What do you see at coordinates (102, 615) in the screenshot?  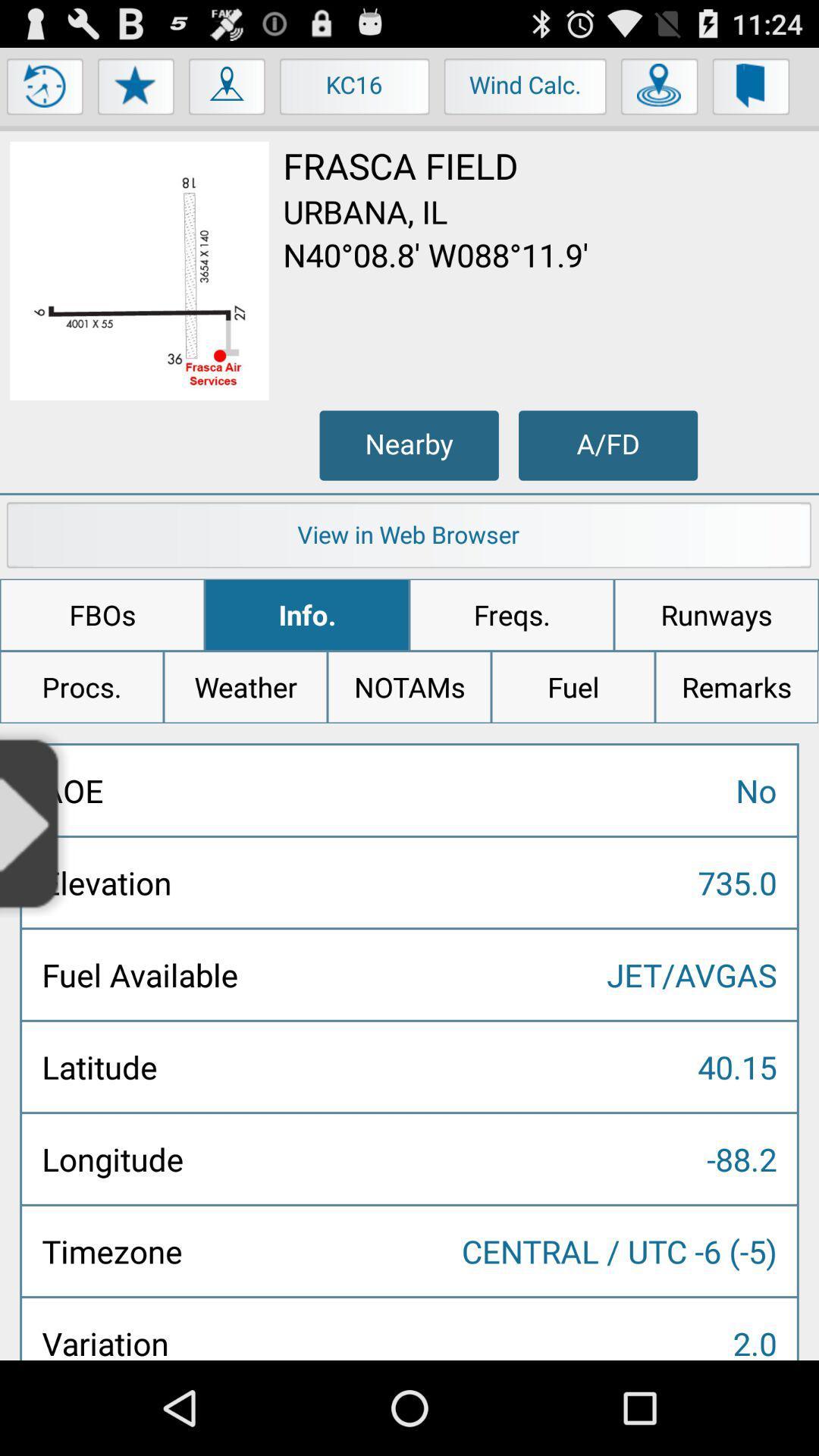 I see `the icon below view in web item` at bounding box center [102, 615].